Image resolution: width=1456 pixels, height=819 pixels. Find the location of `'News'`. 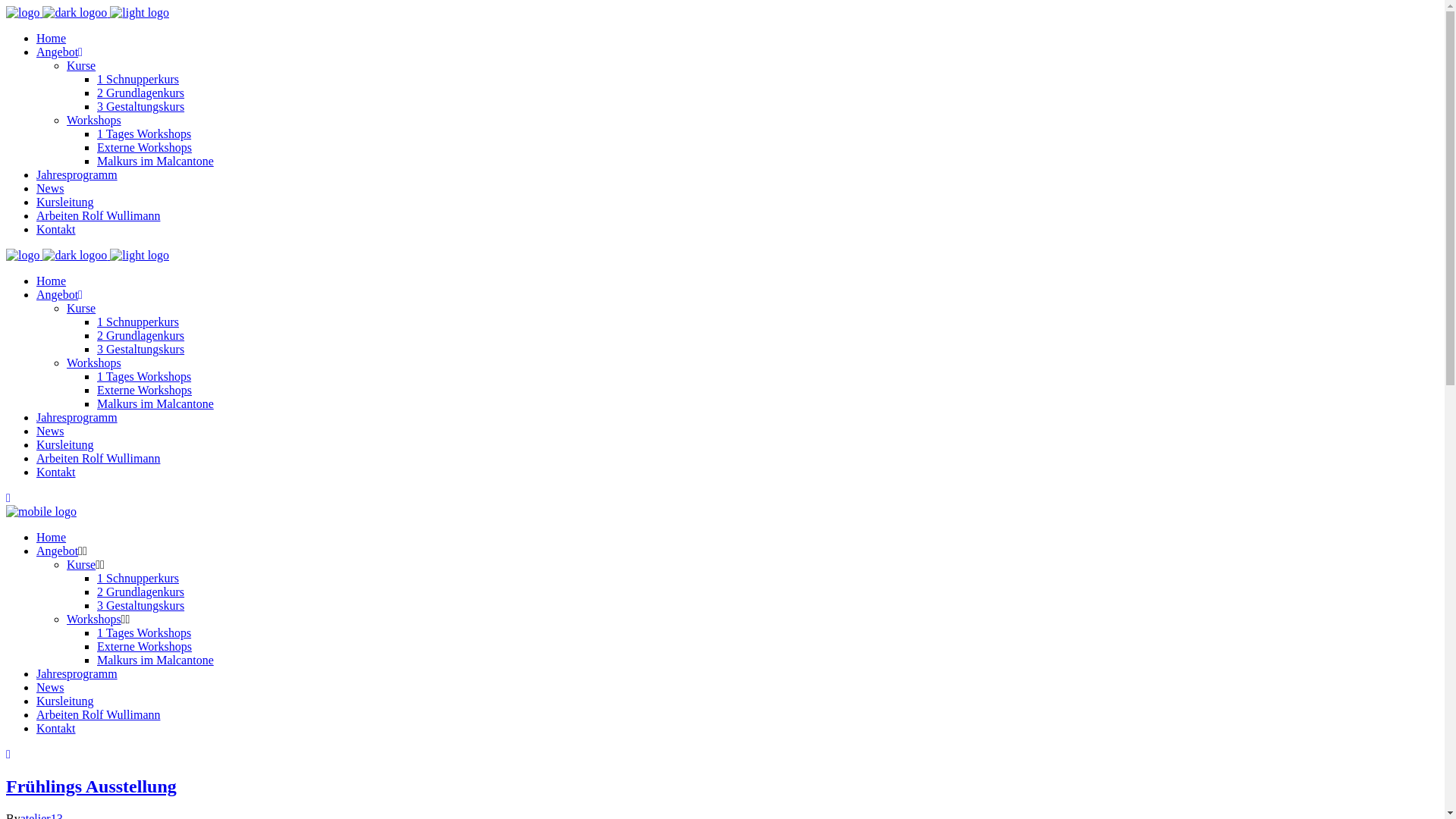

'News' is located at coordinates (36, 431).